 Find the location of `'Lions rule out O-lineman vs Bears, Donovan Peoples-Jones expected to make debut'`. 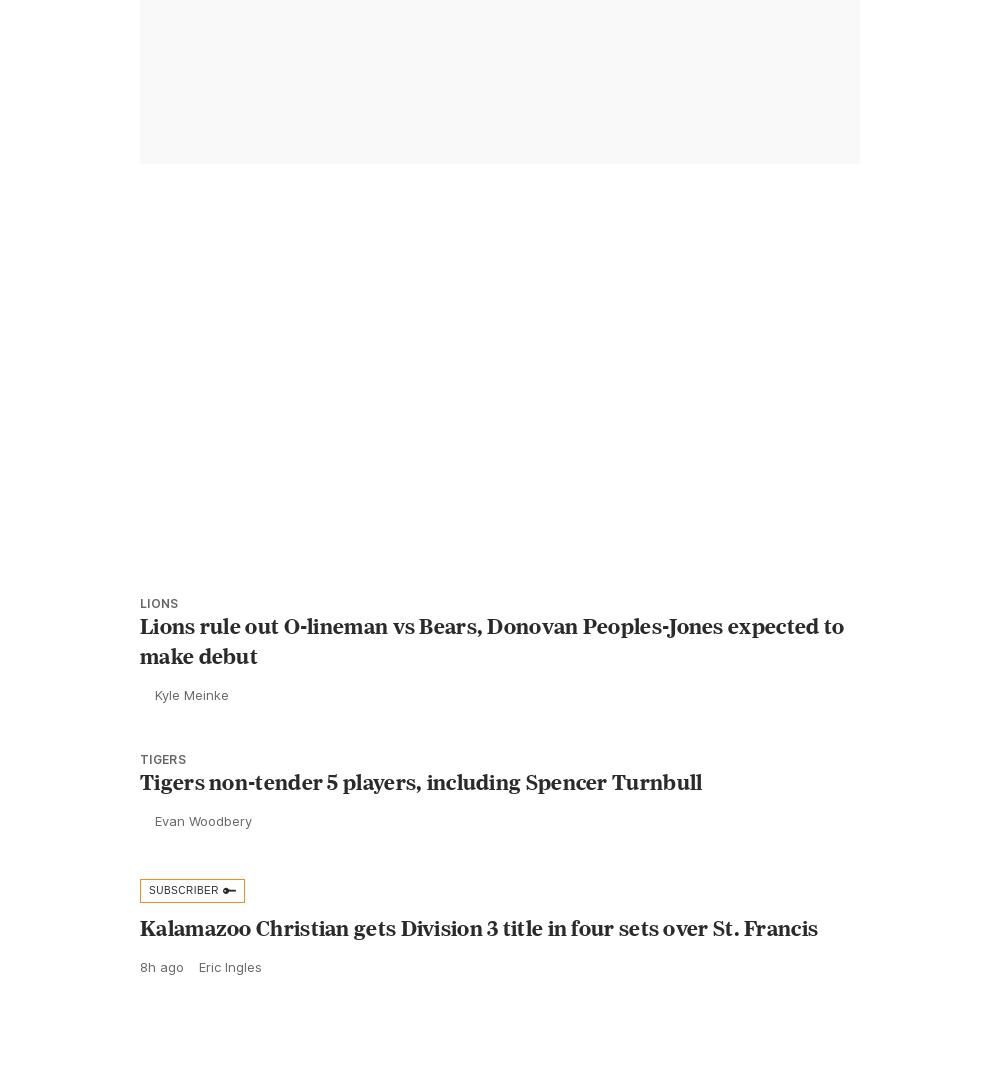

'Lions rule out O-lineman vs Bears, Donovan Peoples-Jones expected to make debut' is located at coordinates (491, 684).